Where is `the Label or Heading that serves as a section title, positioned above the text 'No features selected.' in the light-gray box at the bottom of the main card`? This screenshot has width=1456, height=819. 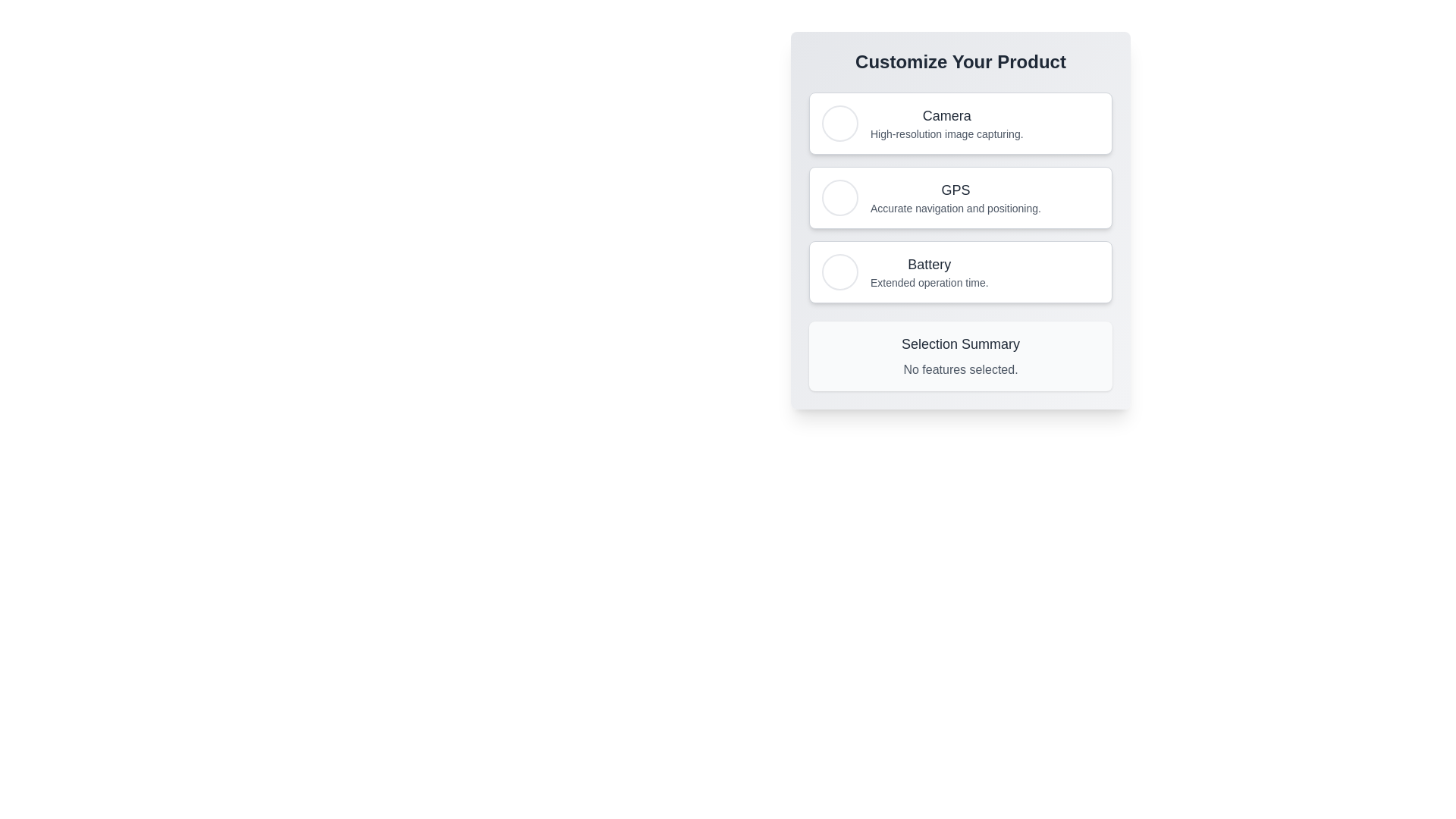 the Label or Heading that serves as a section title, positioned above the text 'No features selected.' in the light-gray box at the bottom of the main card is located at coordinates (960, 344).